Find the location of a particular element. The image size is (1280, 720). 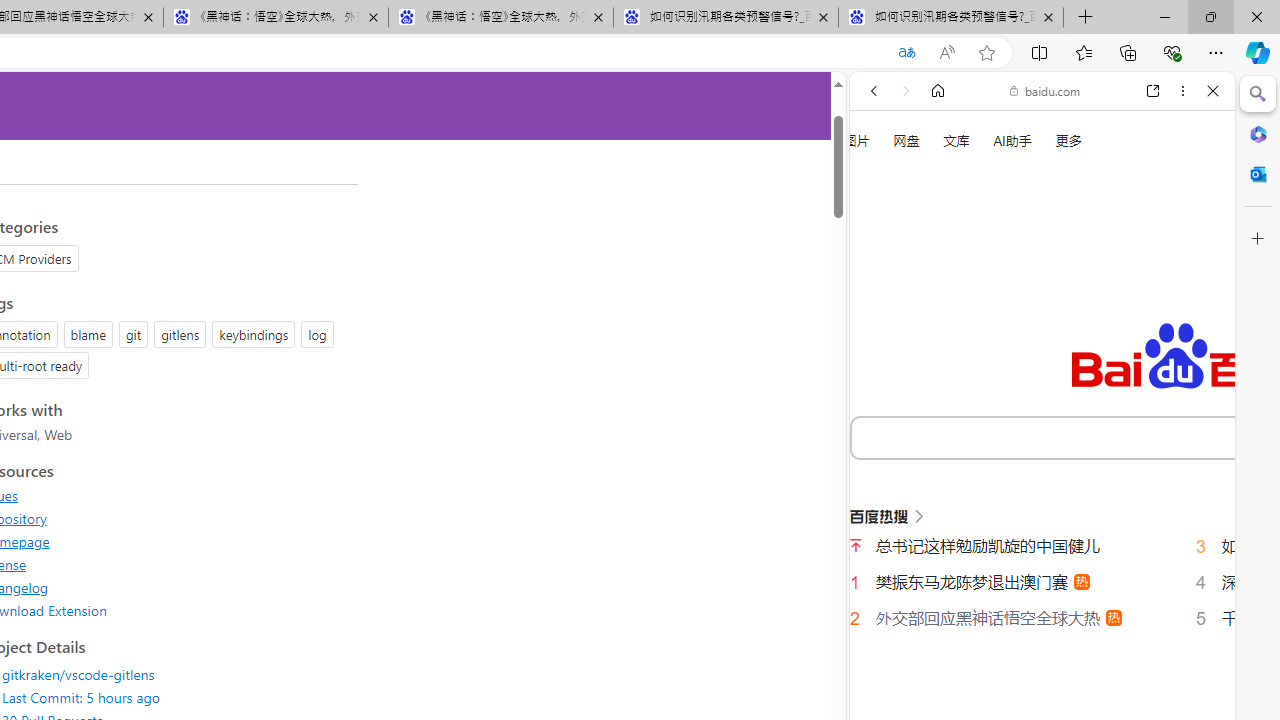

'baidu.com' is located at coordinates (1044, 91).